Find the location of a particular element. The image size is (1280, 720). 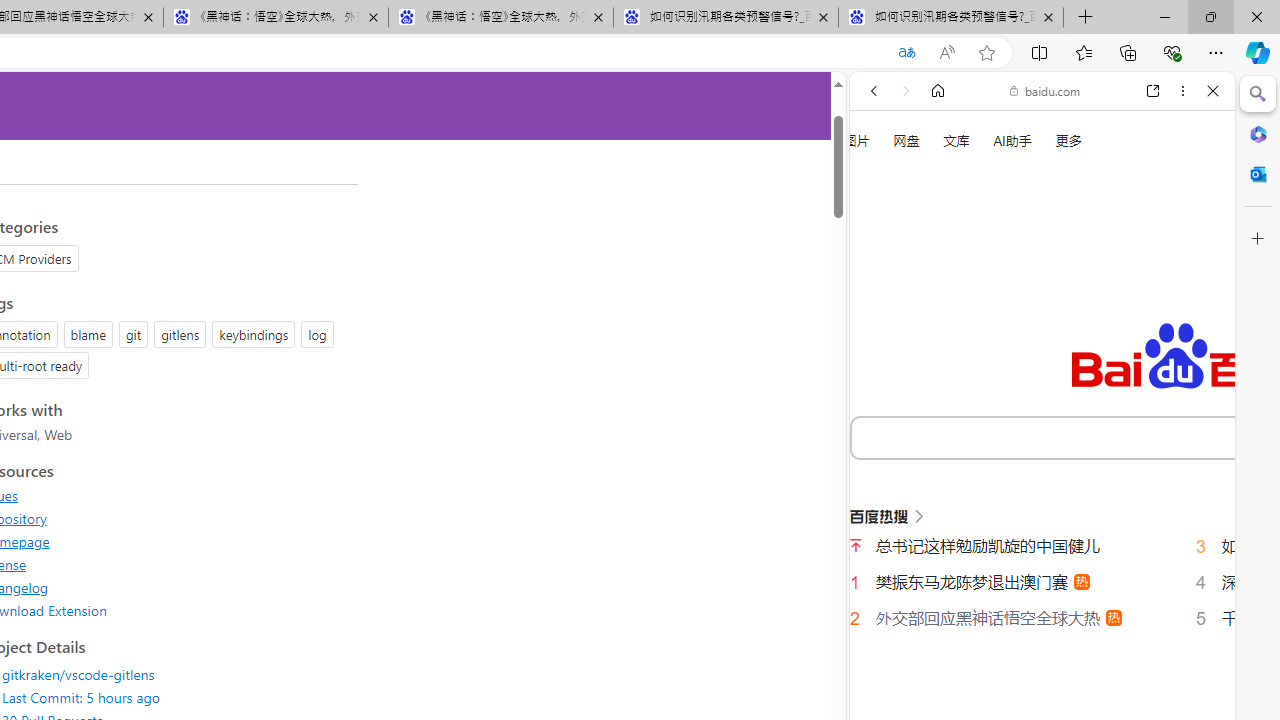

'baidu.com' is located at coordinates (1044, 91).